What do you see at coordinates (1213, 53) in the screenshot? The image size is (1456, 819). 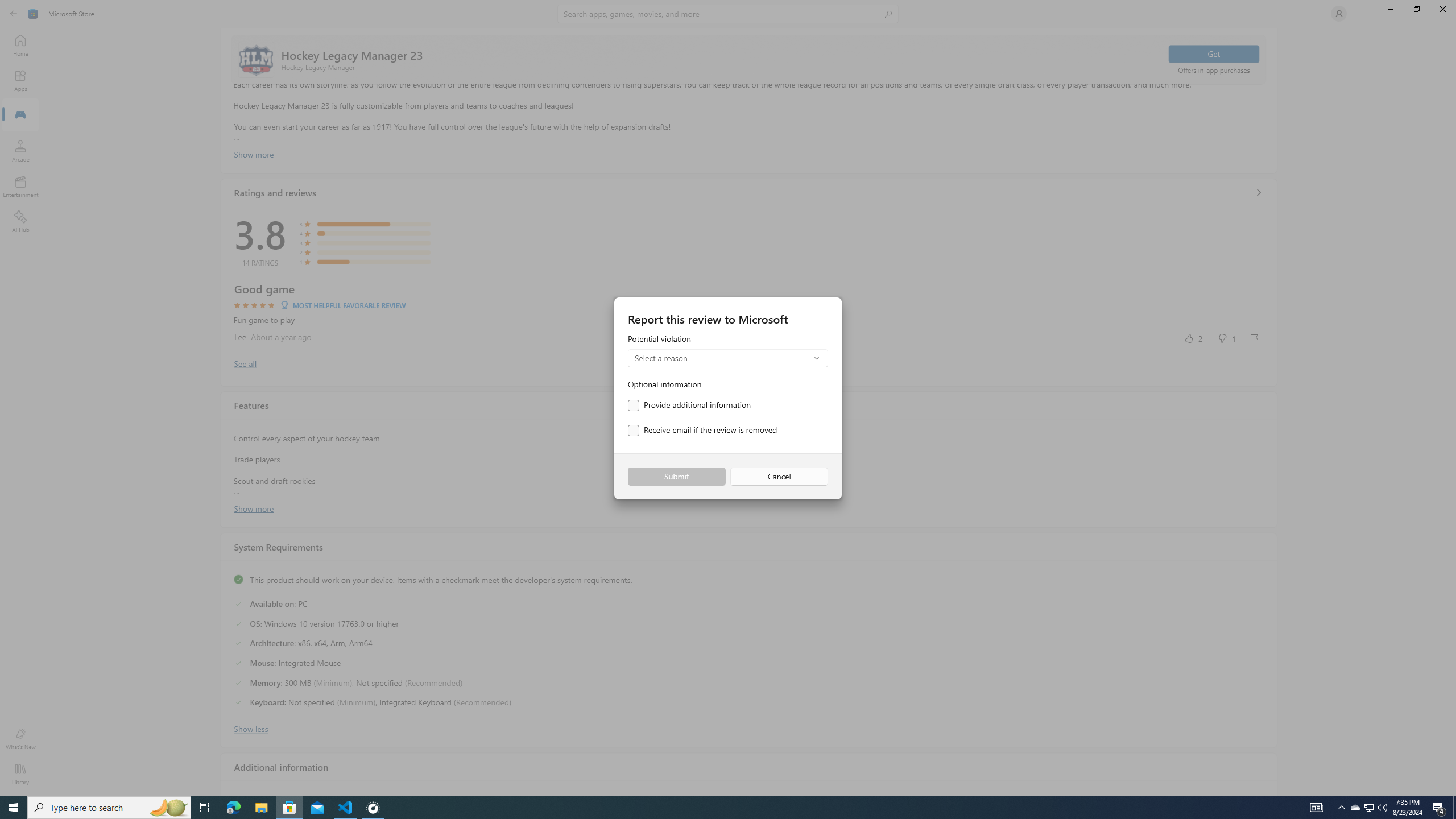 I see `'Get'` at bounding box center [1213, 53].